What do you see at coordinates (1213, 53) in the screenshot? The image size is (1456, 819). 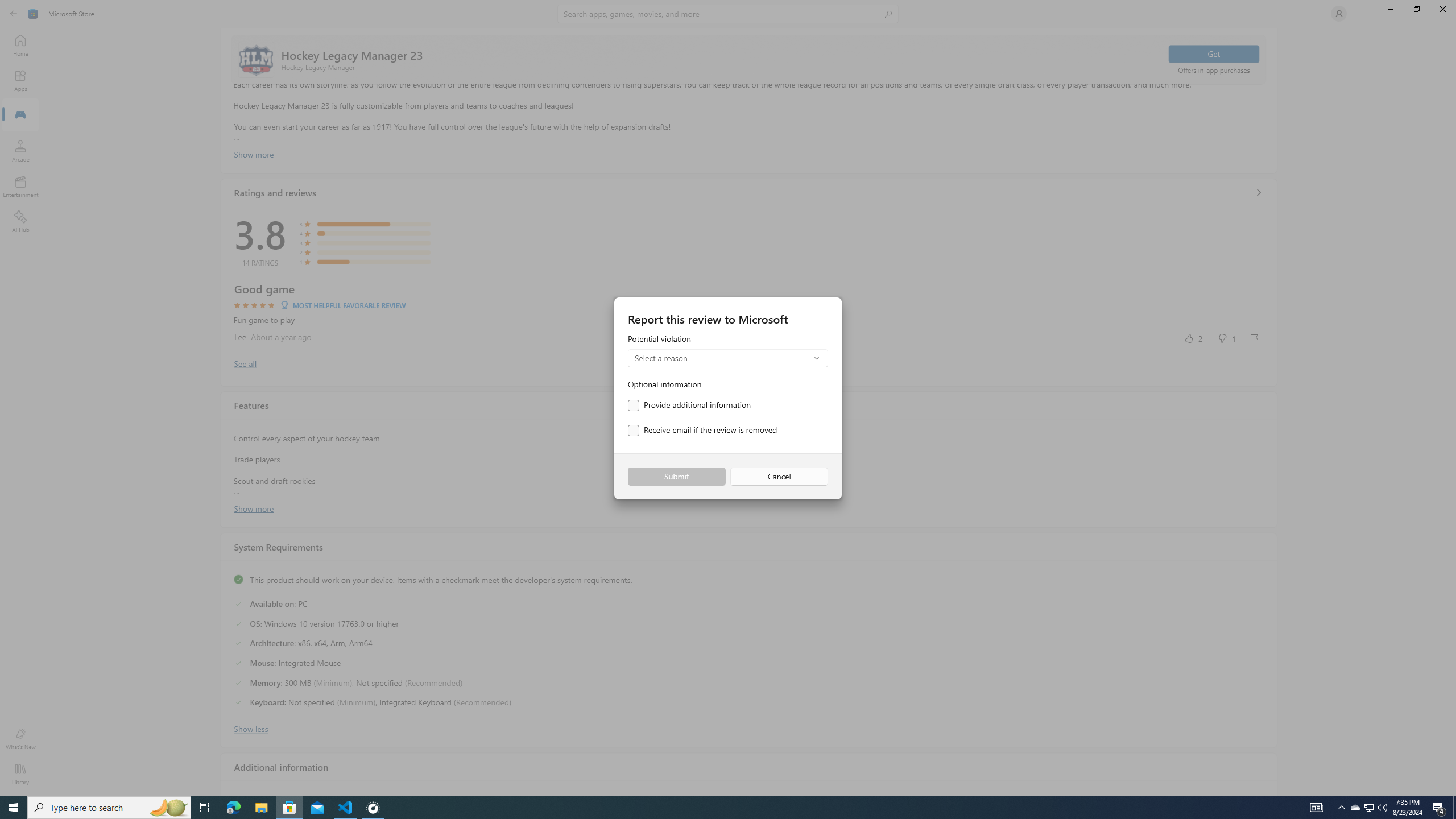 I see `'Get'` at bounding box center [1213, 53].